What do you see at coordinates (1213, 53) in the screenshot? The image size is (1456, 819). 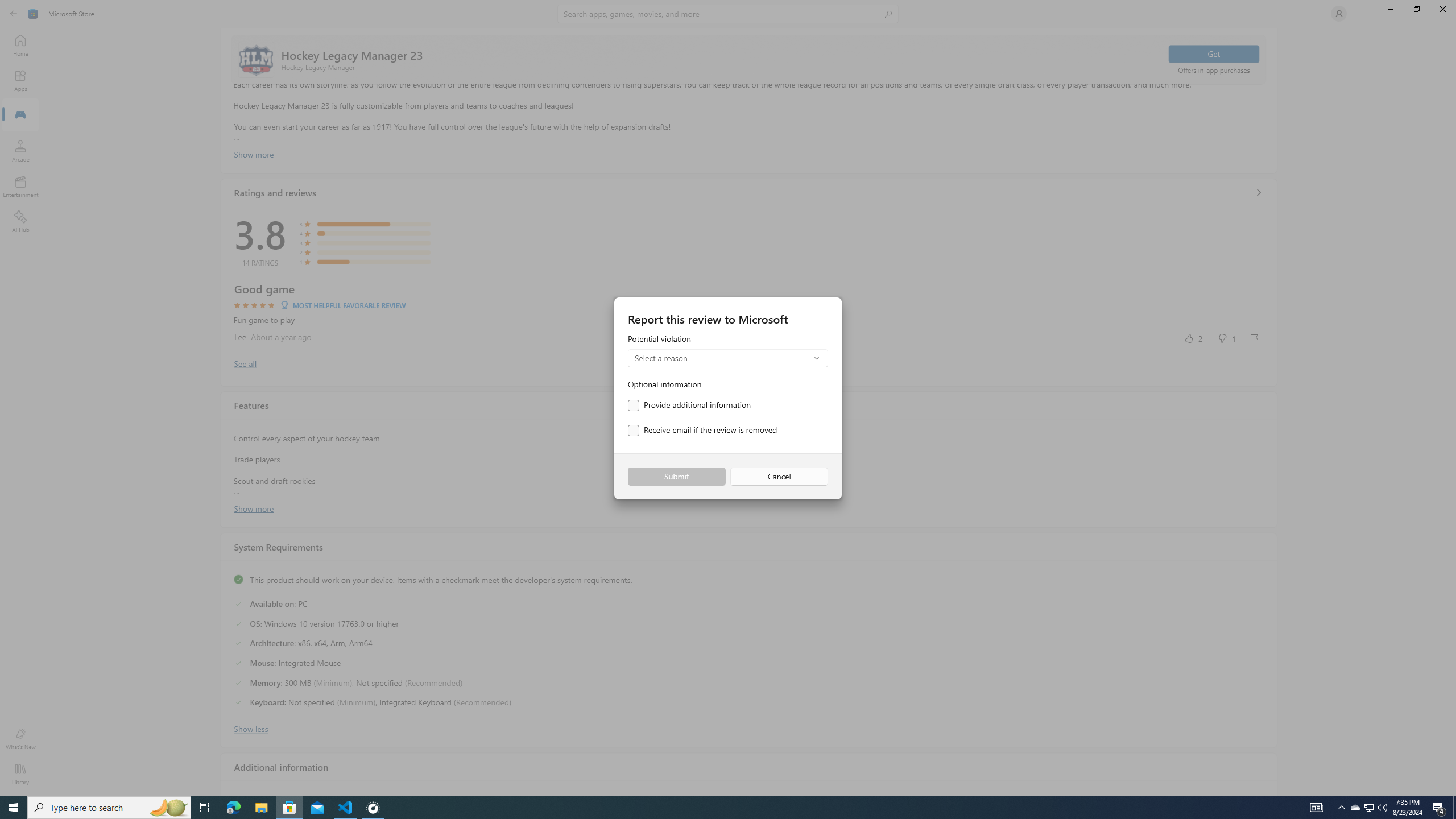 I see `'Get'` at bounding box center [1213, 53].